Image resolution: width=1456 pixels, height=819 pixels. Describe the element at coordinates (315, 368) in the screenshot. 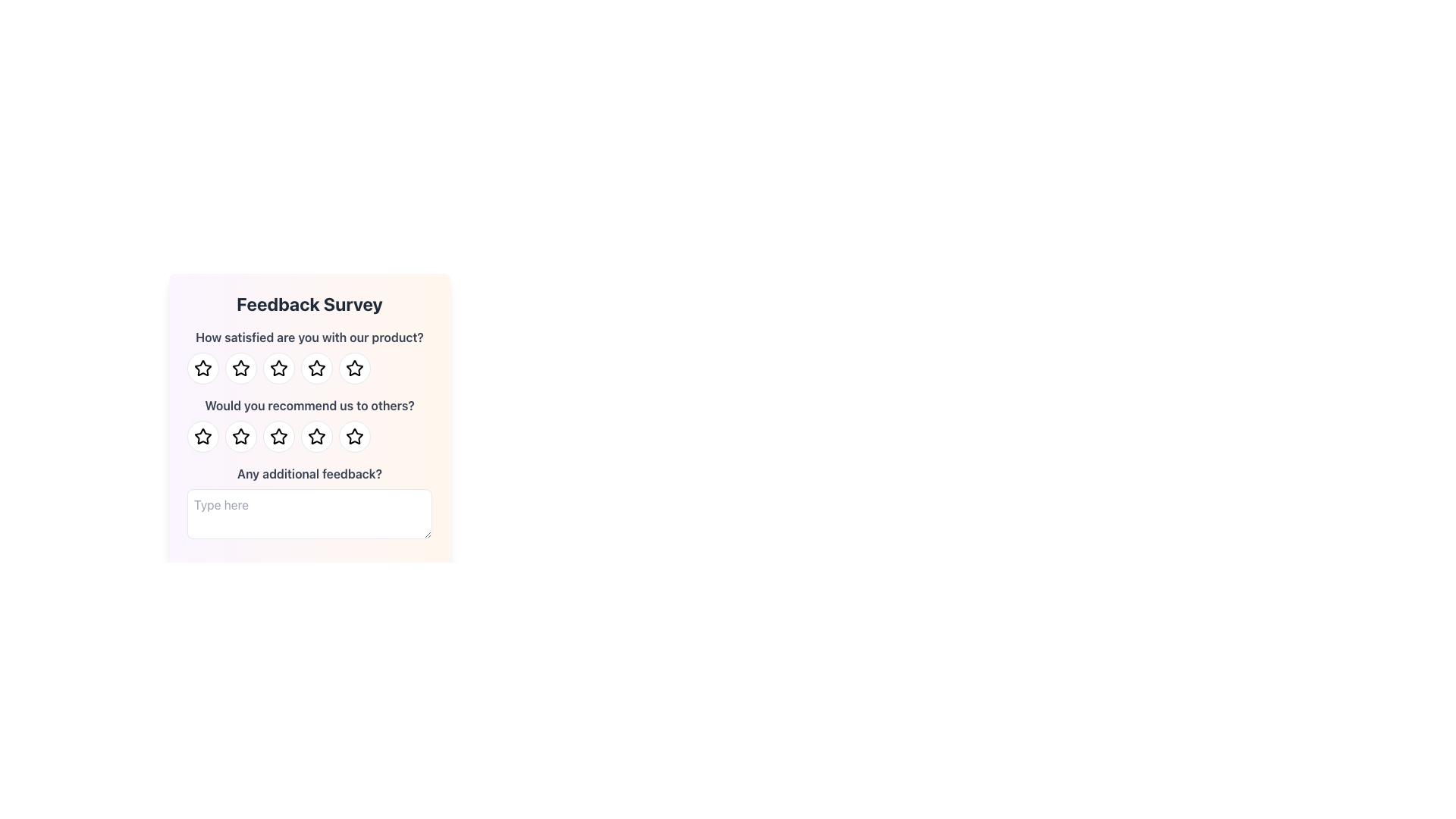

I see `the third star icon, which is styled with a hollow outline, located in the survey section under the 'How satisfied are you with our product?' question` at that location.